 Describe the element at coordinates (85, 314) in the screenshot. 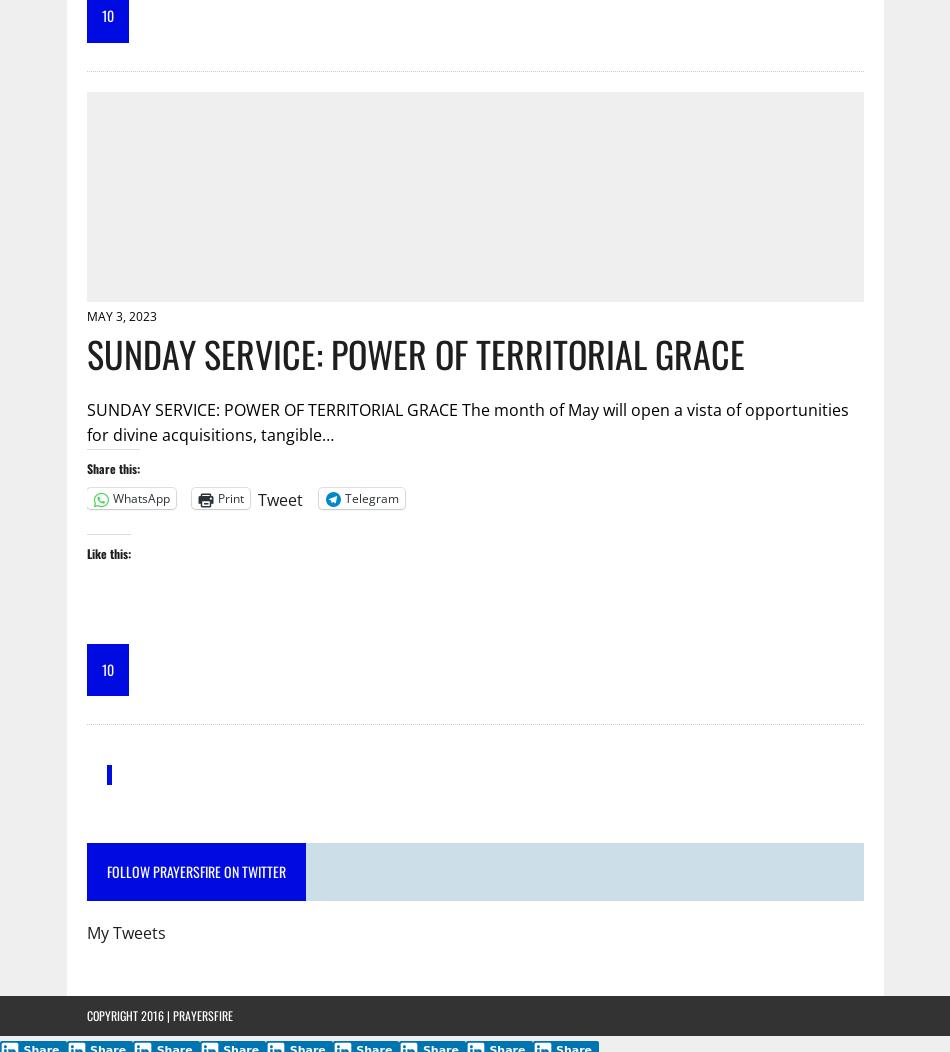

I see `'May 3, 2023'` at that location.